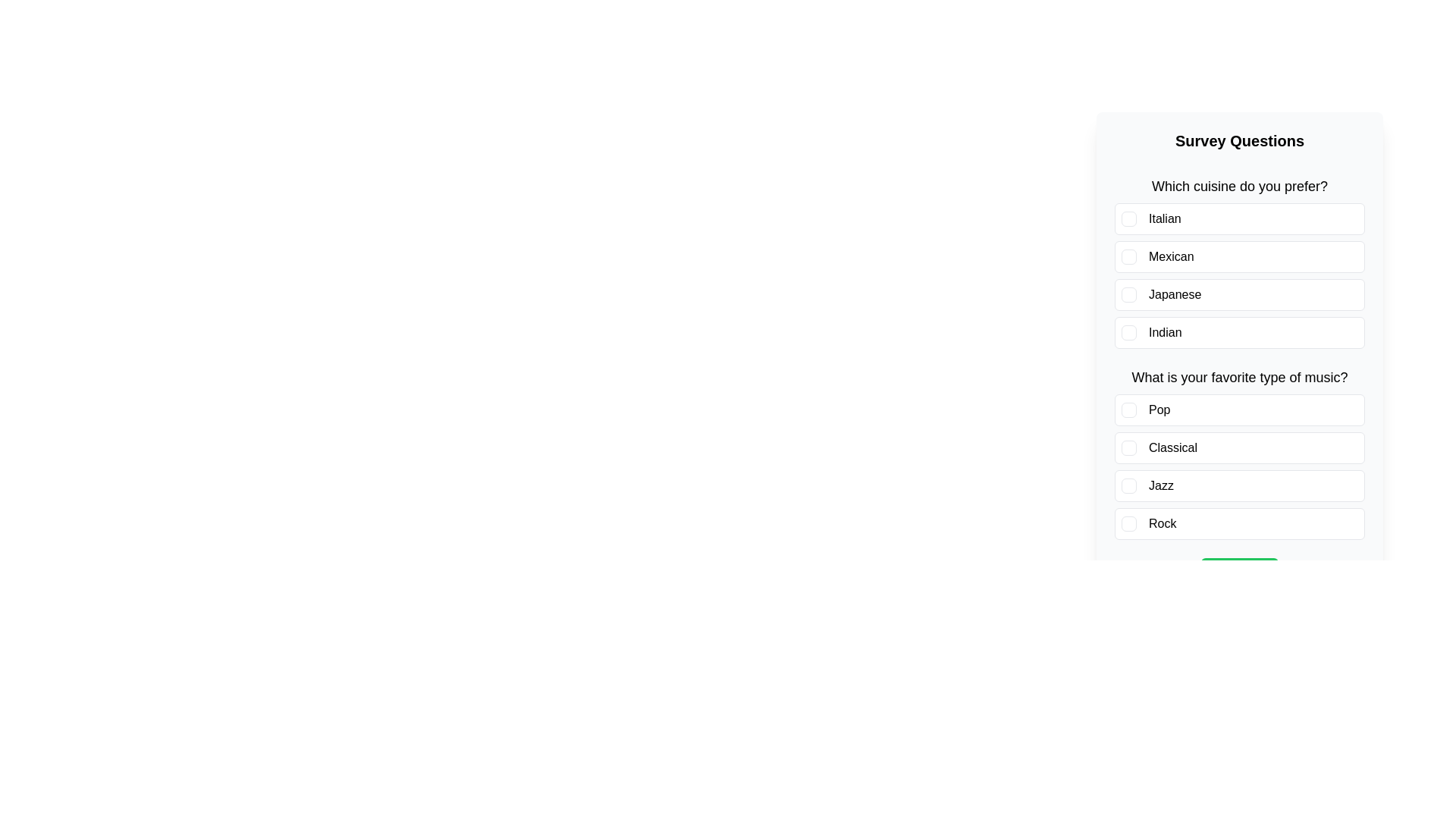 This screenshot has width=1456, height=819. Describe the element at coordinates (1240, 332) in the screenshot. I see `the answer option Indian` at that location.